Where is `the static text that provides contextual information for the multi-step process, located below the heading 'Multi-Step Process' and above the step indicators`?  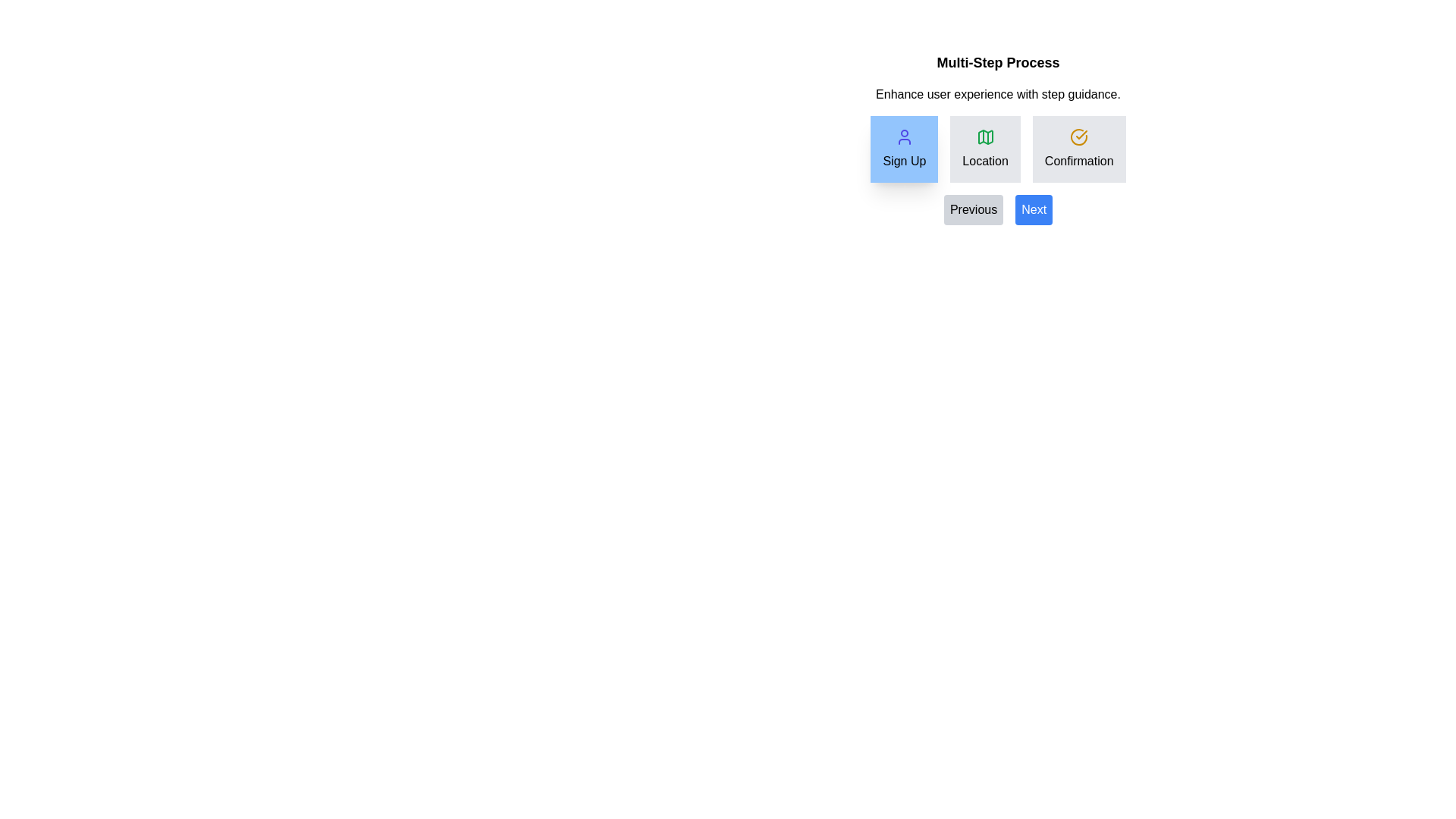 the static text that provides contextual information for the multi-step process, located below the heading 'Multi-Step Process' and above the step indicators is located at coordinates (998, 94).